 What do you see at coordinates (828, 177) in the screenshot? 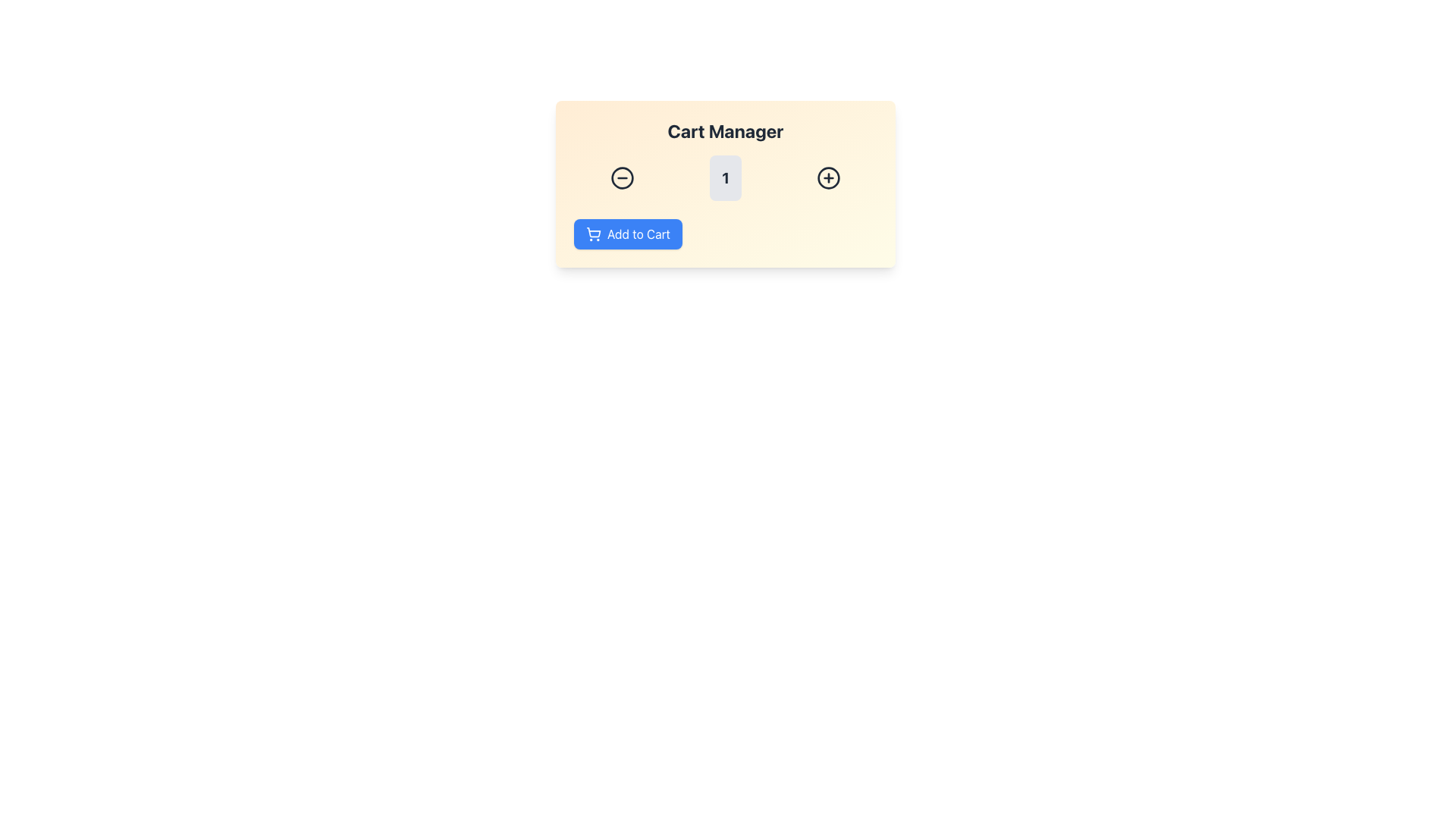
I see `the increment button, which is the rightmost element in a group of three interactive components` at bounding box center [828, 177].